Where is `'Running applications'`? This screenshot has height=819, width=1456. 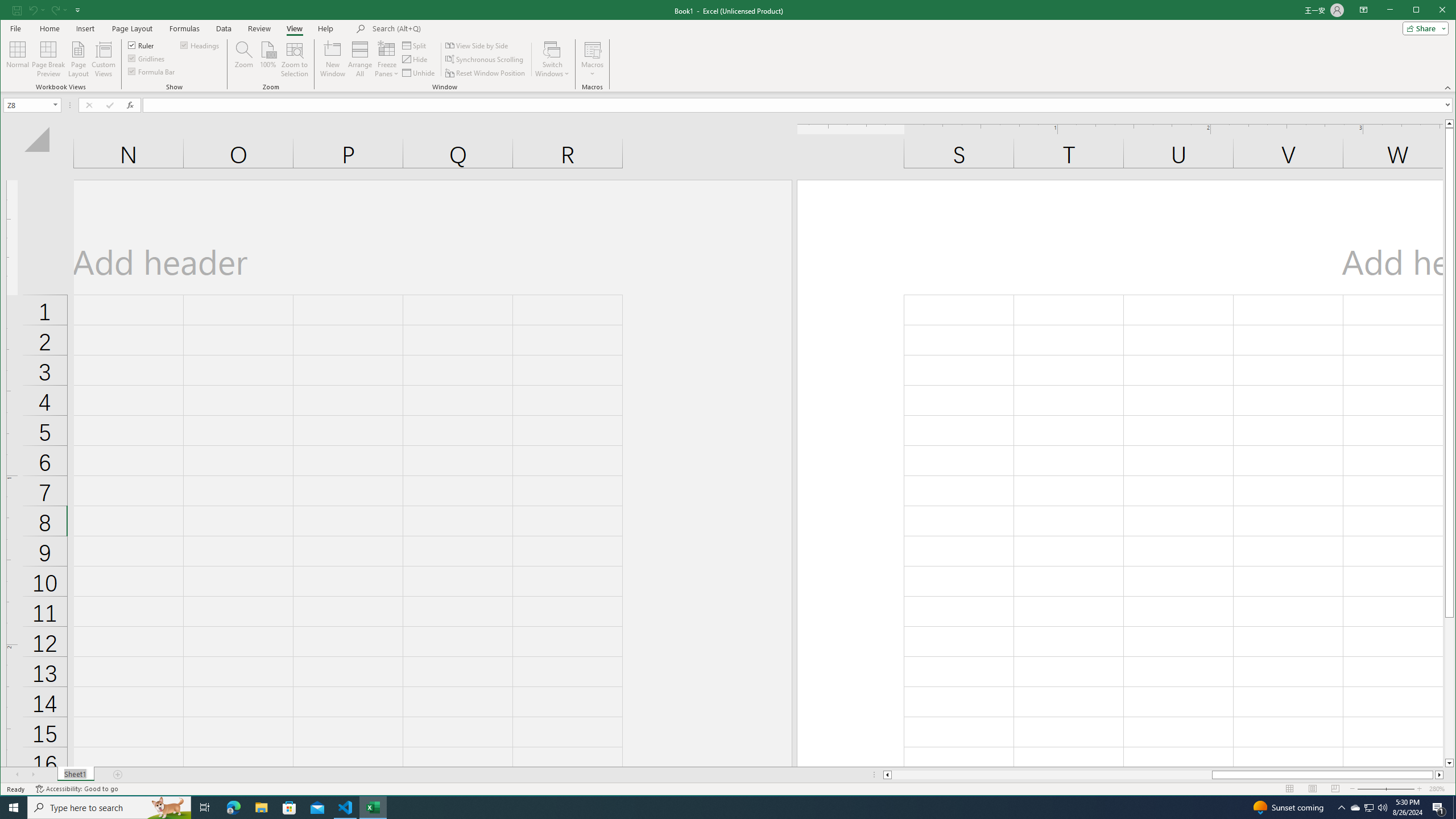 'Running applications' is located at coordinates (717, 806).